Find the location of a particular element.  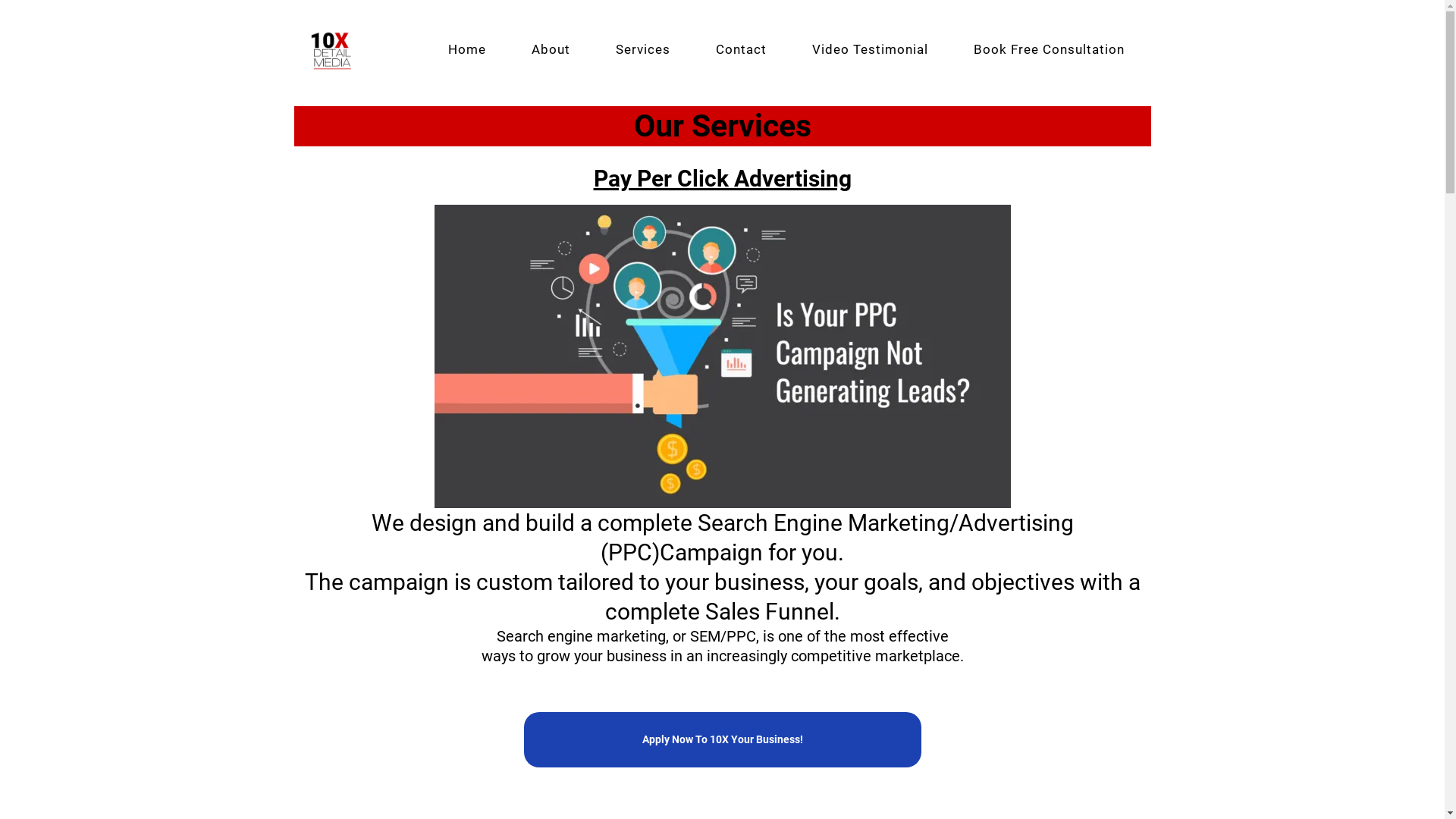

'Apply Now To 10X Your Business!' is located at coordinates (720, 739).